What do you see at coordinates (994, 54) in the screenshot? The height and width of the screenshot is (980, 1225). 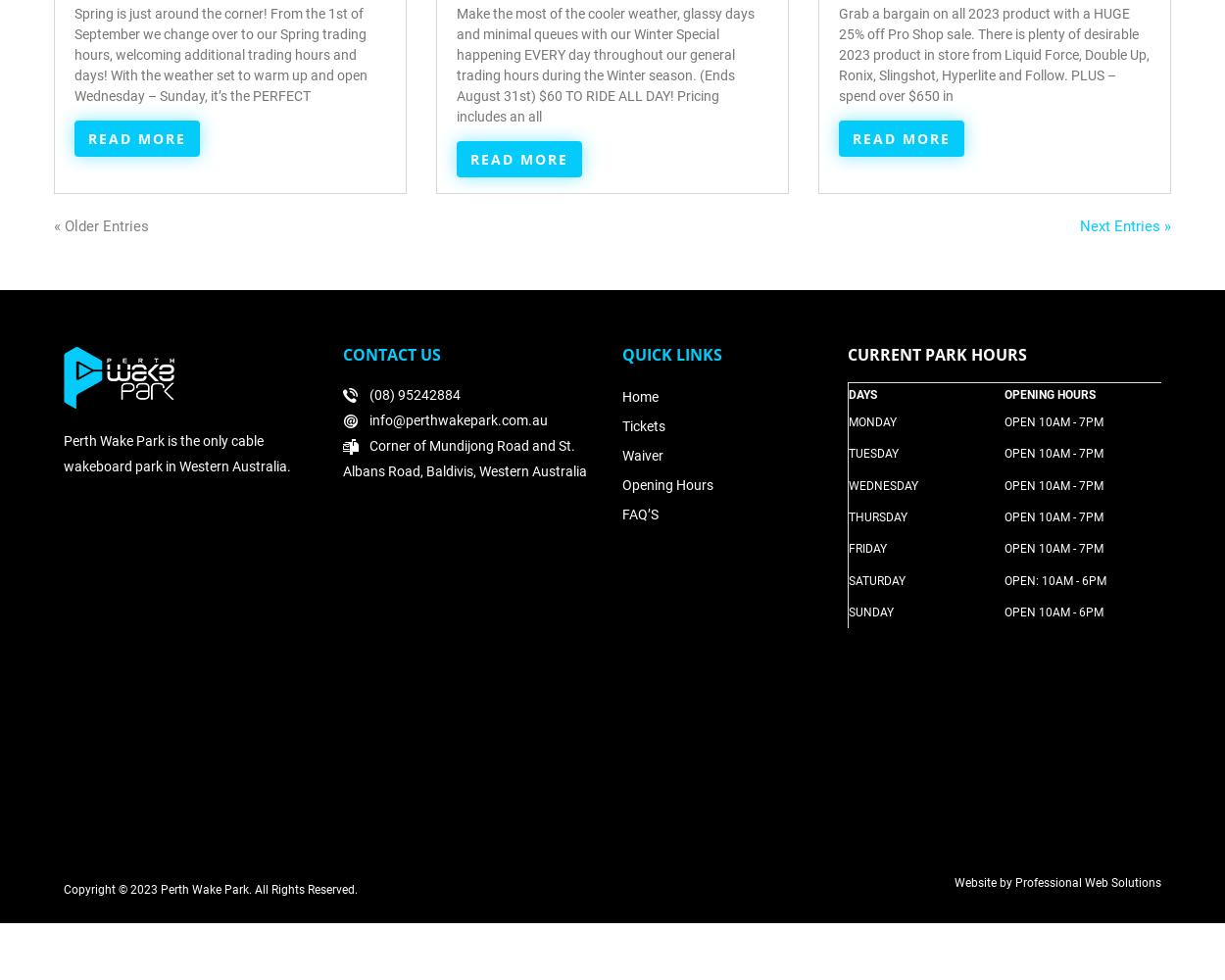 I see `'Grab a bargain on all 2023 product with a HUGE 25% off Pro Shop sale. There is plenty of desirable 2023 product in store from Liquid Force, Double Up, Ronix, Slingshot, Hyperlite and Follow. PLUS – spend over $650 in'` at bounding box center [994, 54].